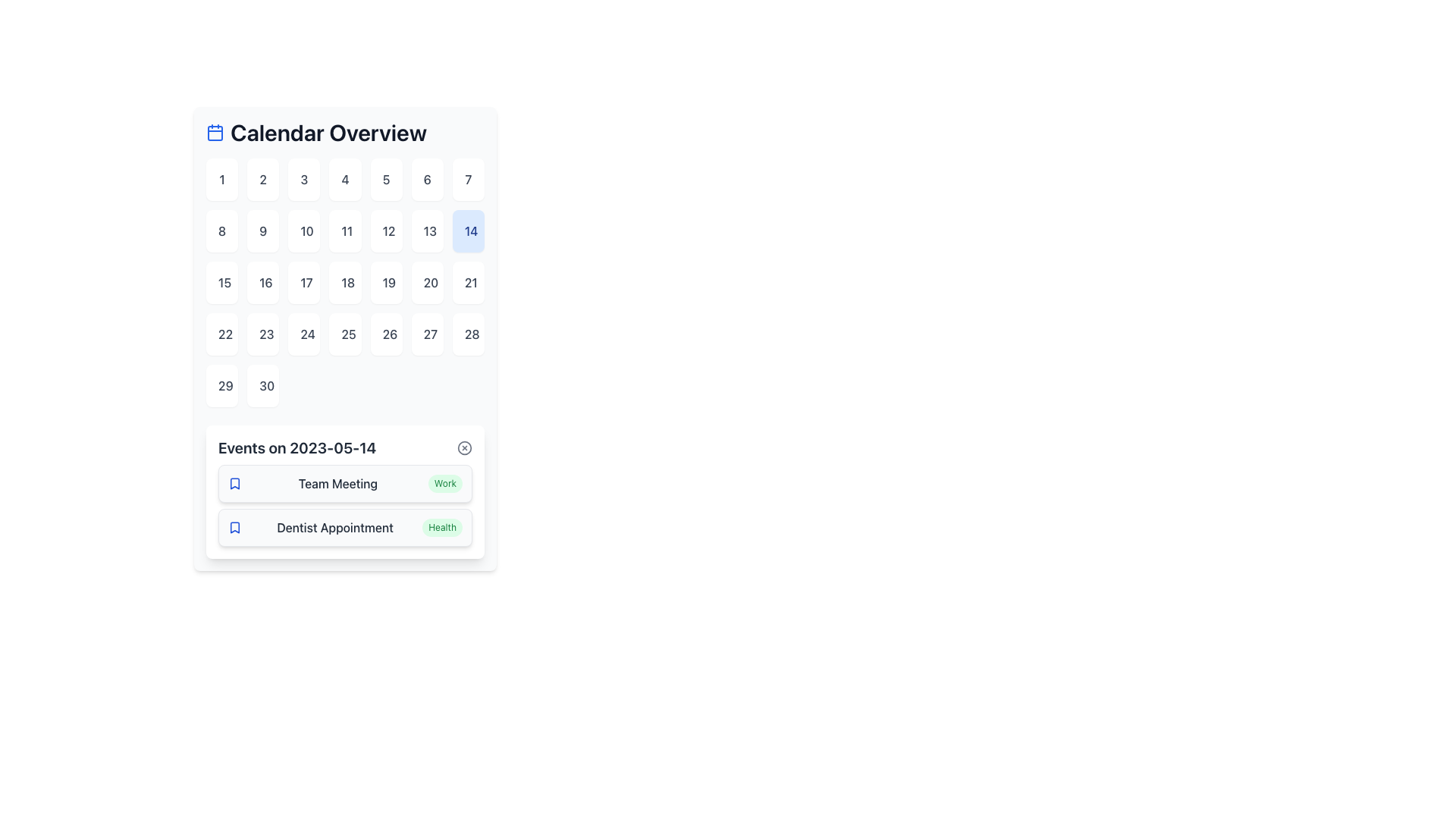 The image size is (1456, 819). What do you see at coordinates (334, 526) in the screenshot?
I see `the central text label that displays the title of the second event entry under 'Events on 2023-05-14', which is located below 'Team Meeting'` at bounding box center [334, 526].